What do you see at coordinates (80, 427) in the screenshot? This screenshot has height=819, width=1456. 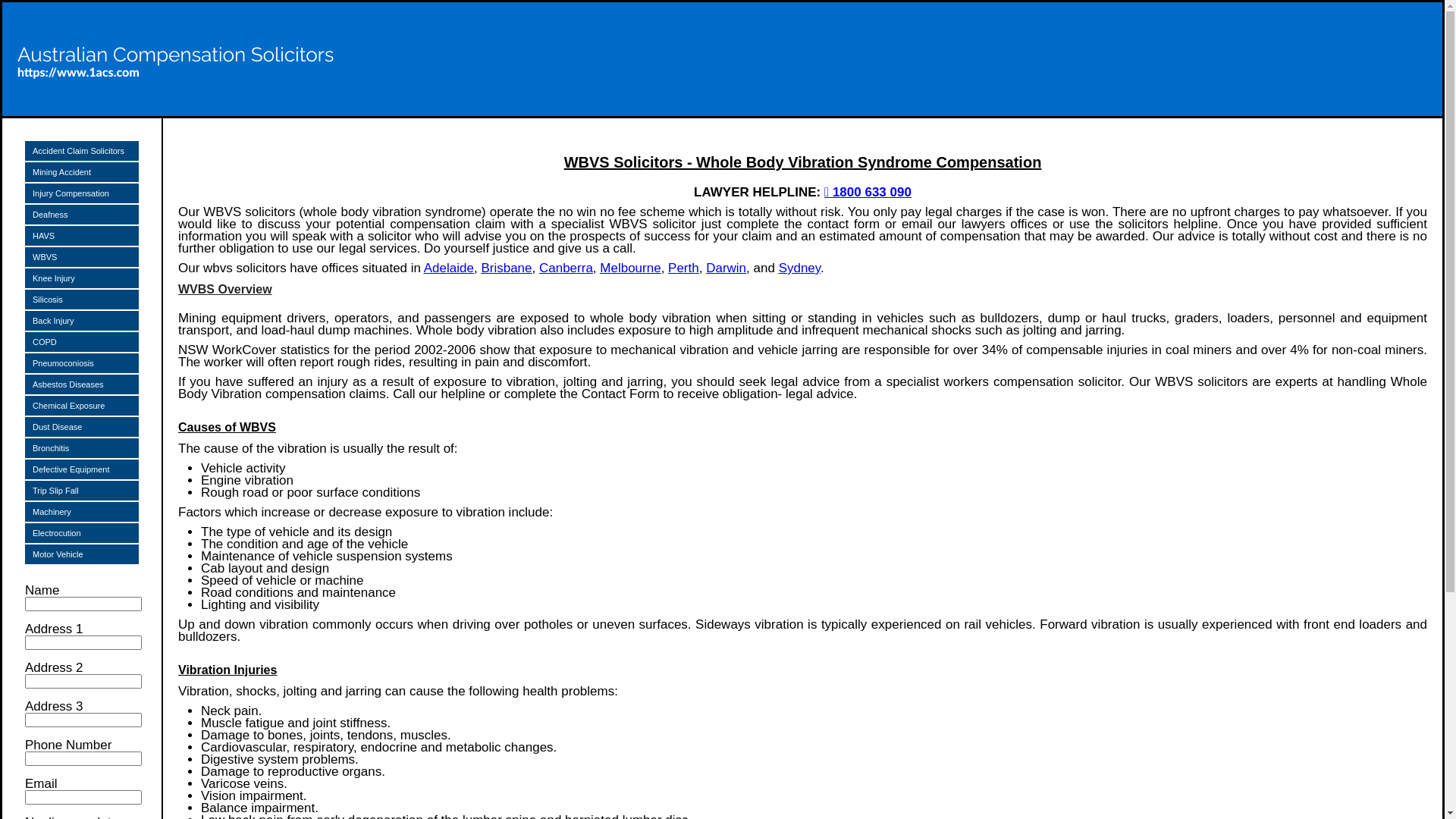 I see `'Dust Disease'` at bounding box center [80, 427].